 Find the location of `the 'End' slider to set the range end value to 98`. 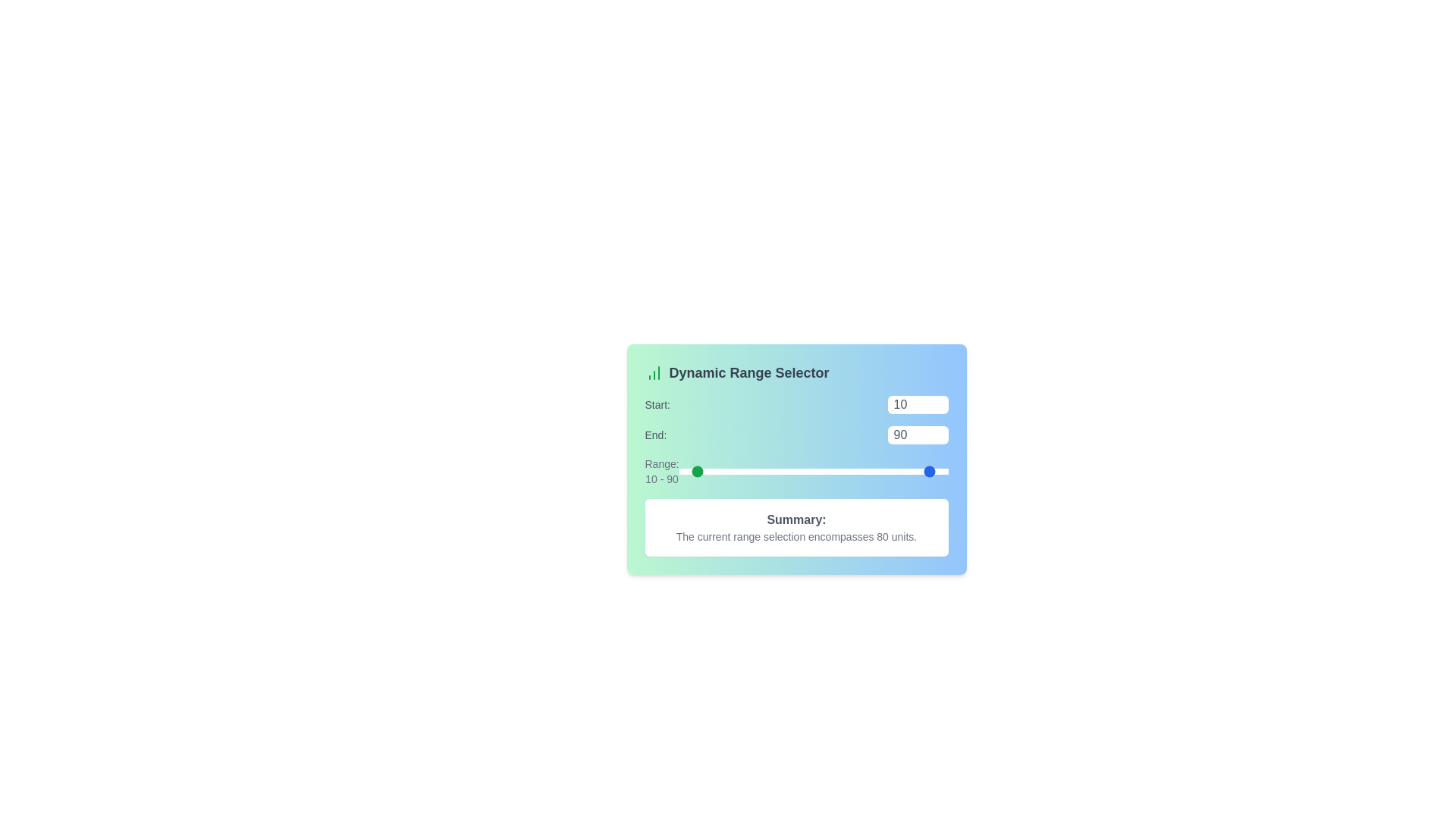

the 'End' slider to set the range end value to 98 is located at coordinates (945, 470).